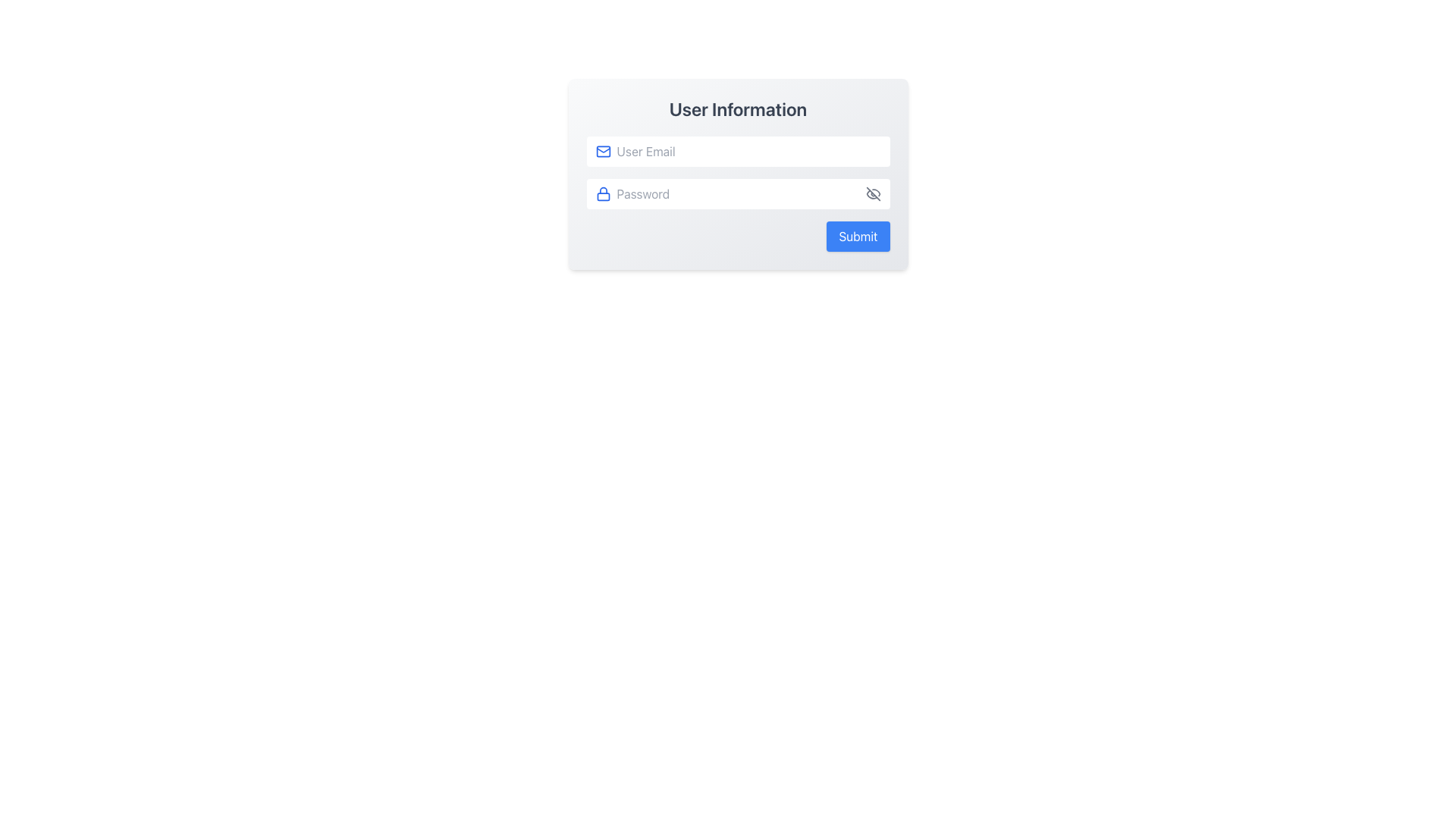 This screenshot has height=819, width=1456. What do you see at coordinates (602, 152) in the screenshot?
I see `the envelope icon, which is a rectangular icon with rounded corners located to the left of the User Email input field` at bounding box center [602, 152].